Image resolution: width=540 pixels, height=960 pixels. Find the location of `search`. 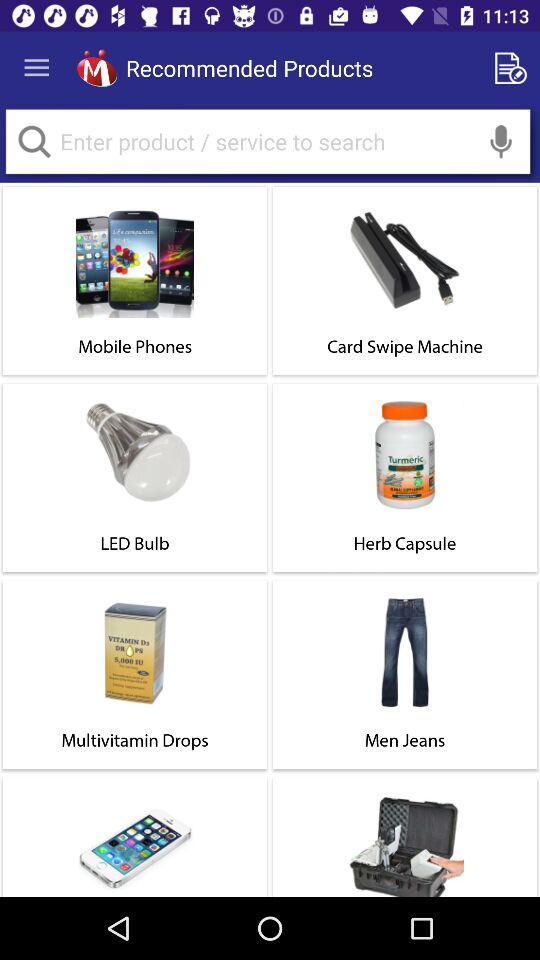

search is located at coordinates (267, 140).